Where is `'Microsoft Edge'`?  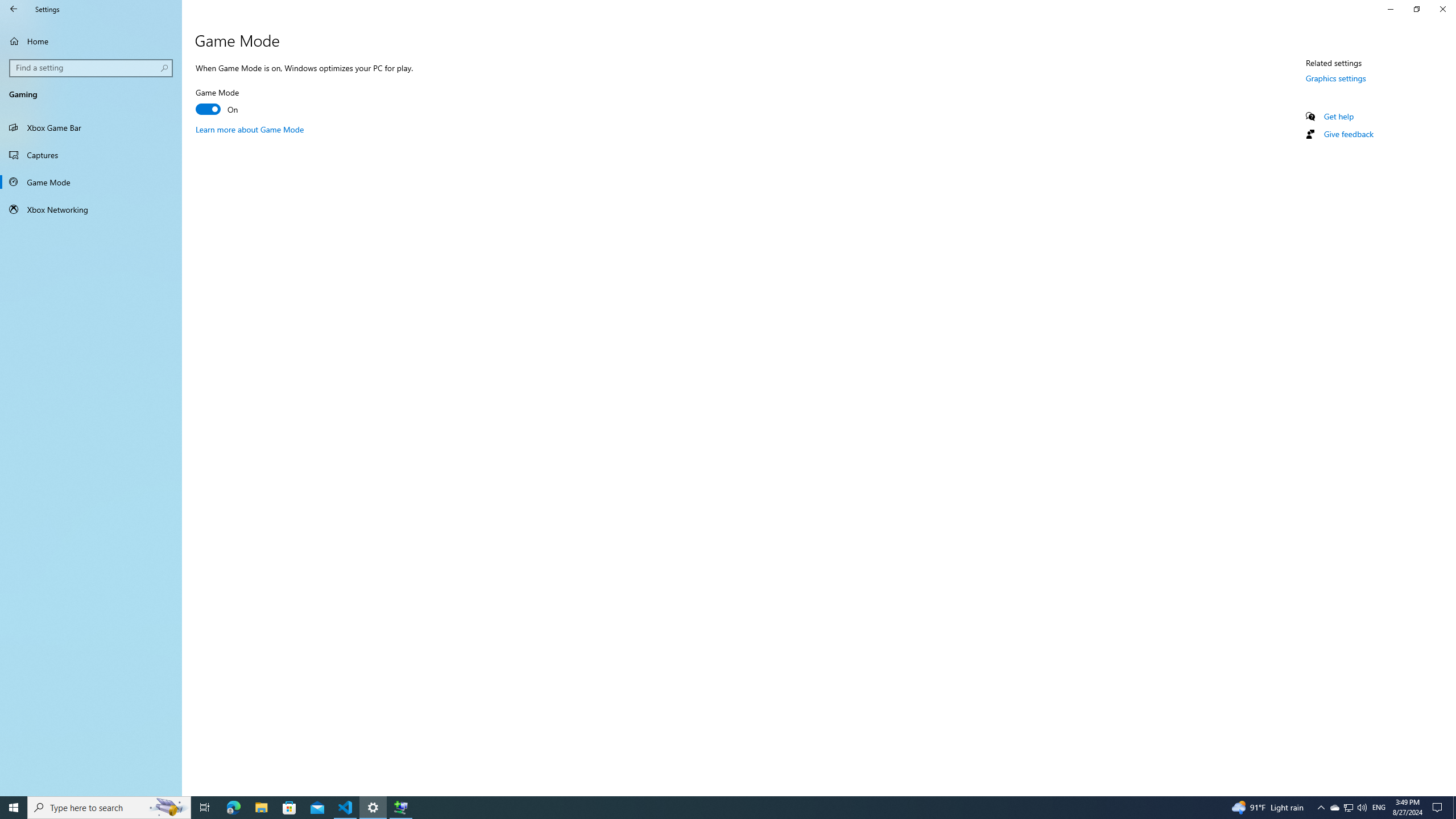
'Microsoft Edge' is located at coordinates (233, 806).